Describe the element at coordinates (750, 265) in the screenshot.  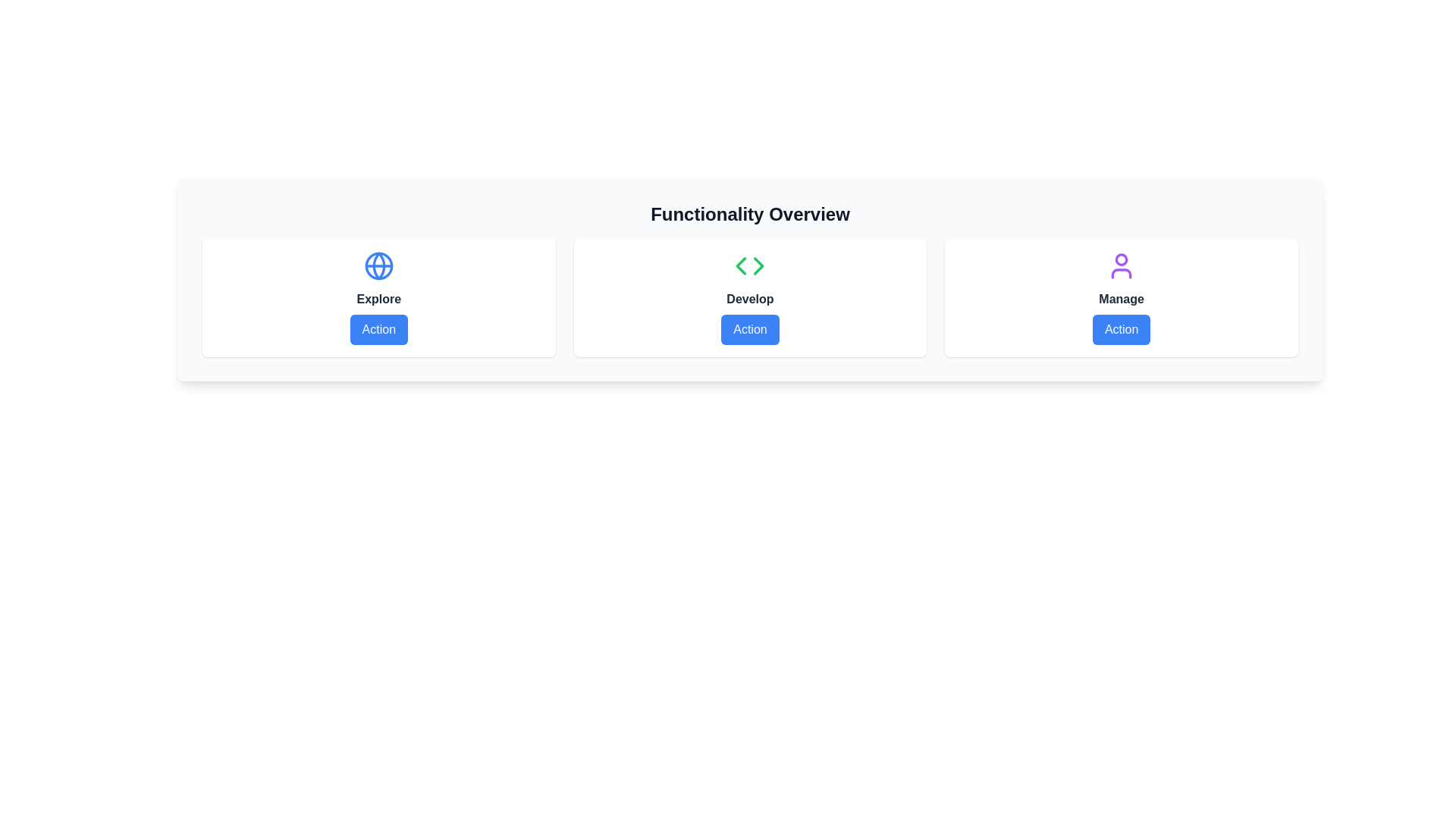
I see `the development-related icon centered above the 'Develop' text label and the blue 'Action' button within the 'Develop' card if it is interactive` at that location.